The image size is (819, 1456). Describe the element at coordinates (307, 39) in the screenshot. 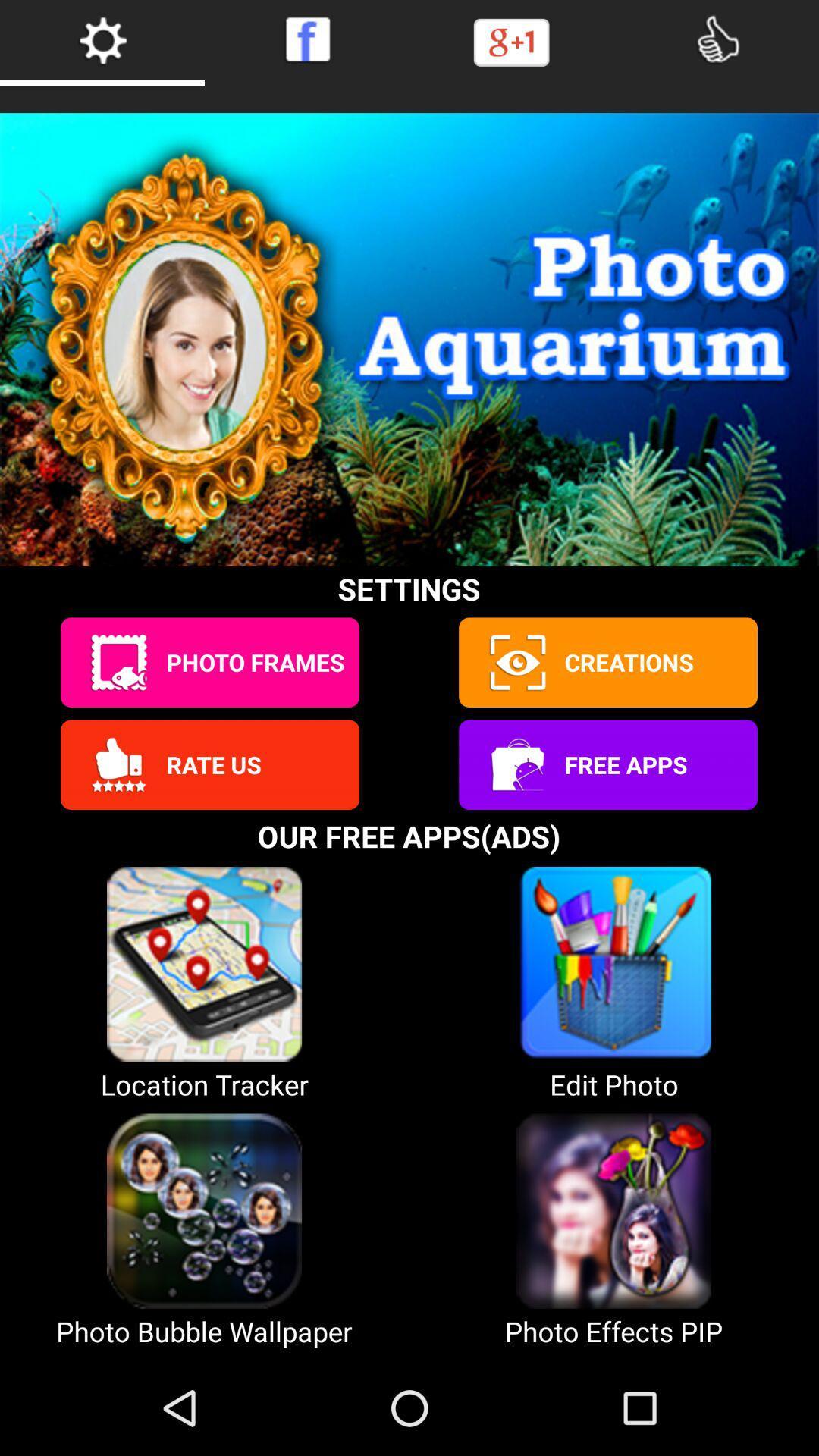

I see `facebook` at that location.